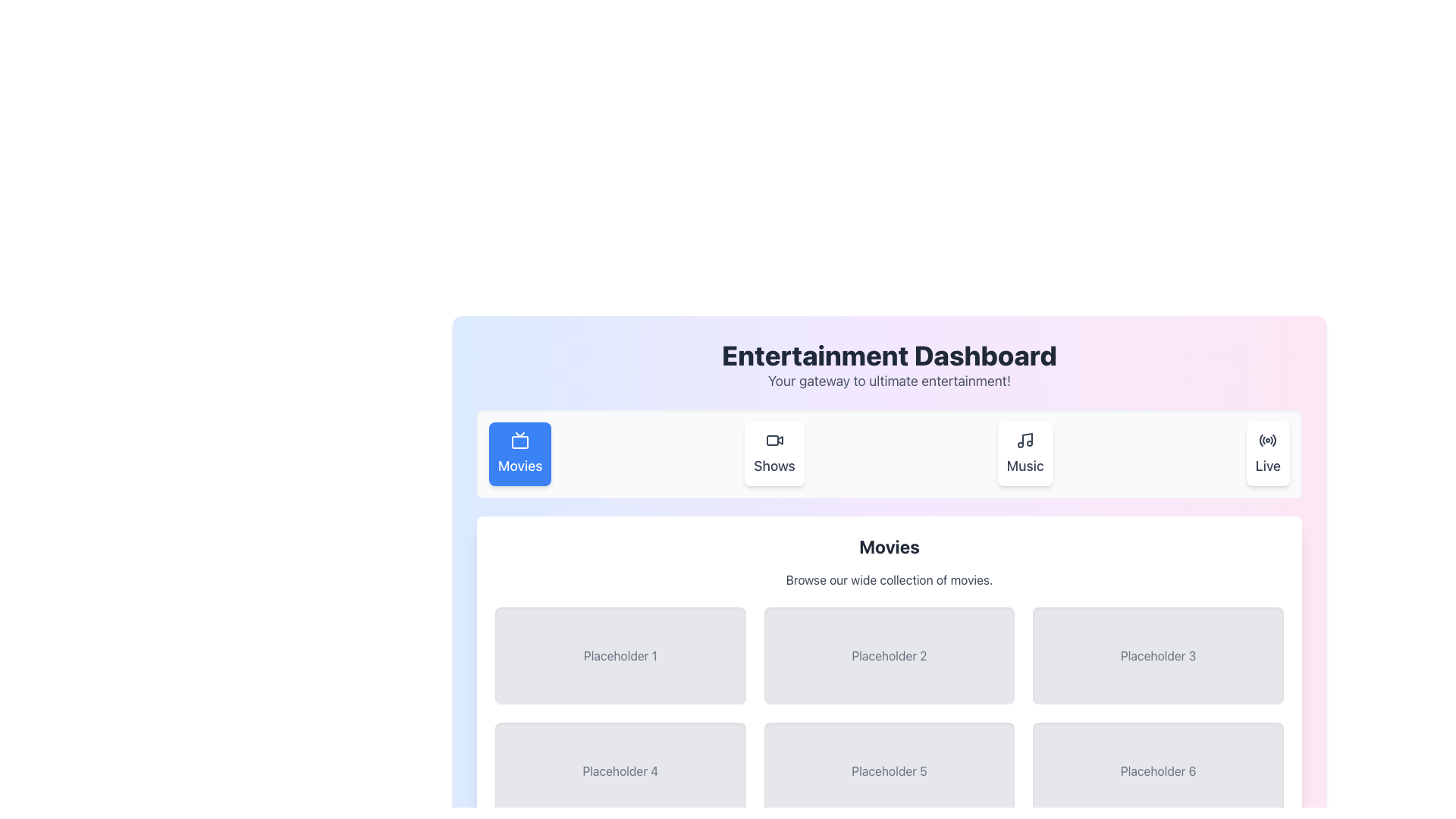 The height and width of the screenshot is (819, 1456). Describe the element at coordinates (780, 440) in the screenshot. I see `the 'Shows' icon button located in the second position of the horizontal menu bar` at that location.